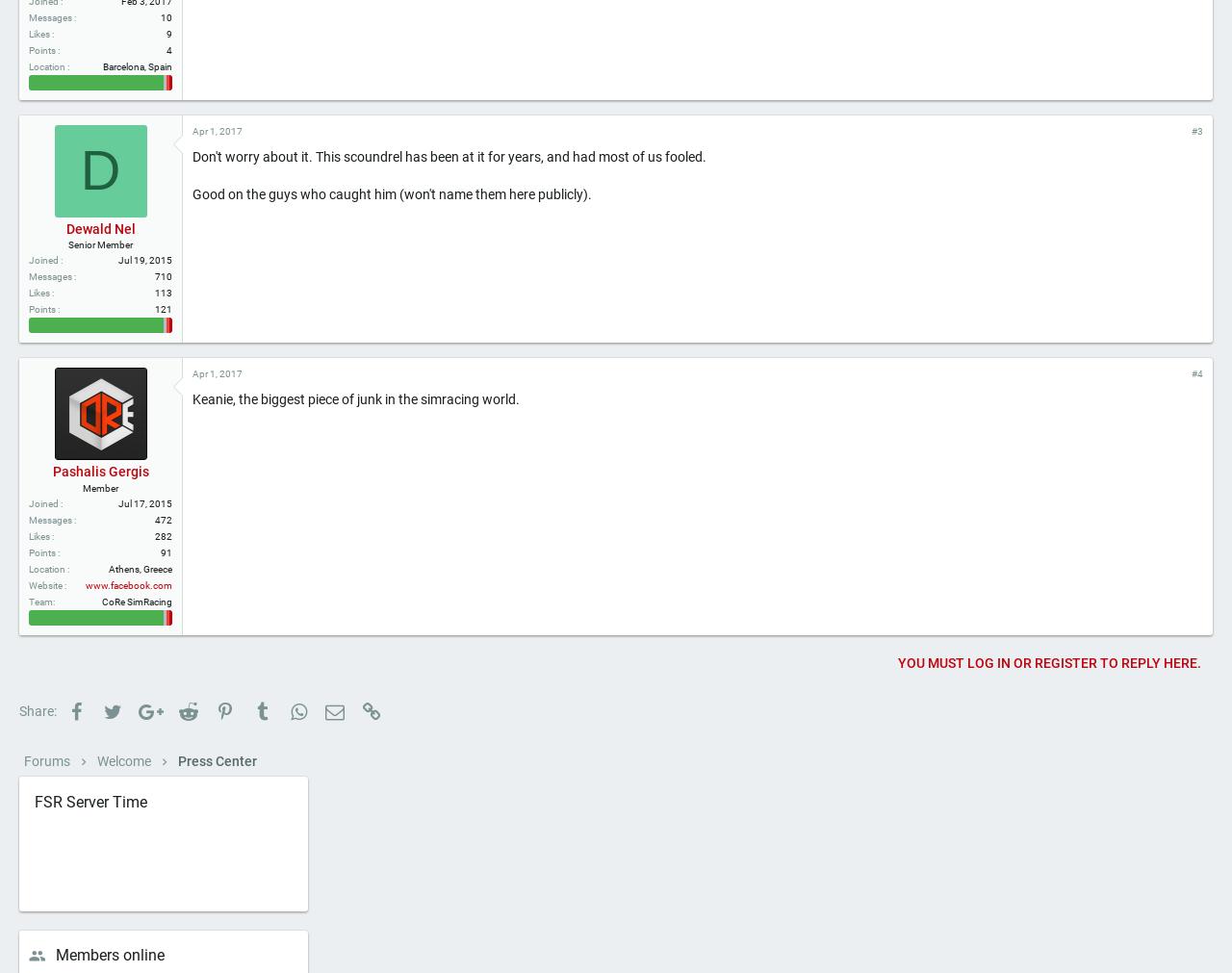 The height and width of the screenshot is (973, 1232). Describe the element at coordinates (99, 234) in the screenshot. I see `'D'` at that location.